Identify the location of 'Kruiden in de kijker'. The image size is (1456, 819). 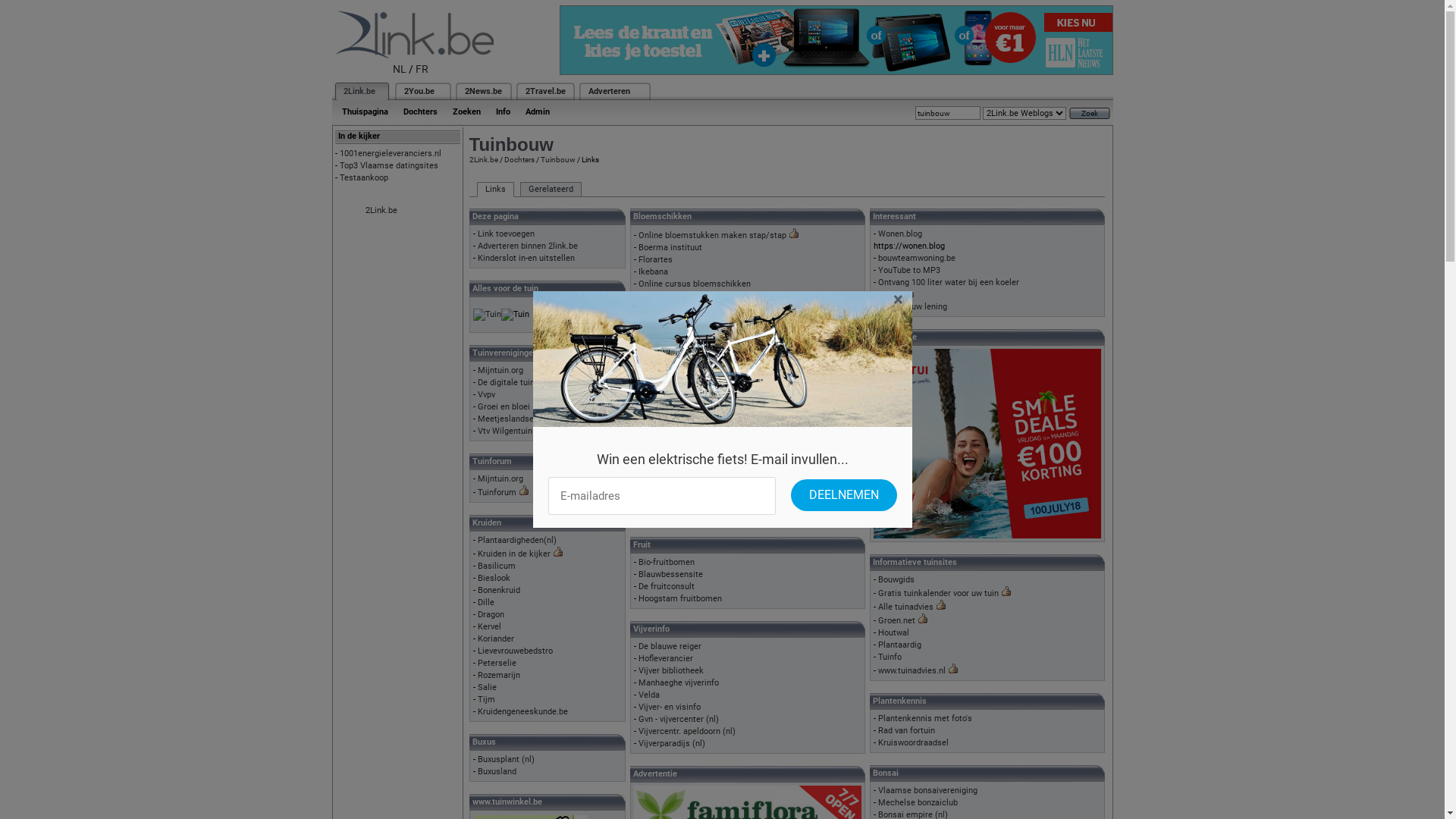
(513, 554).